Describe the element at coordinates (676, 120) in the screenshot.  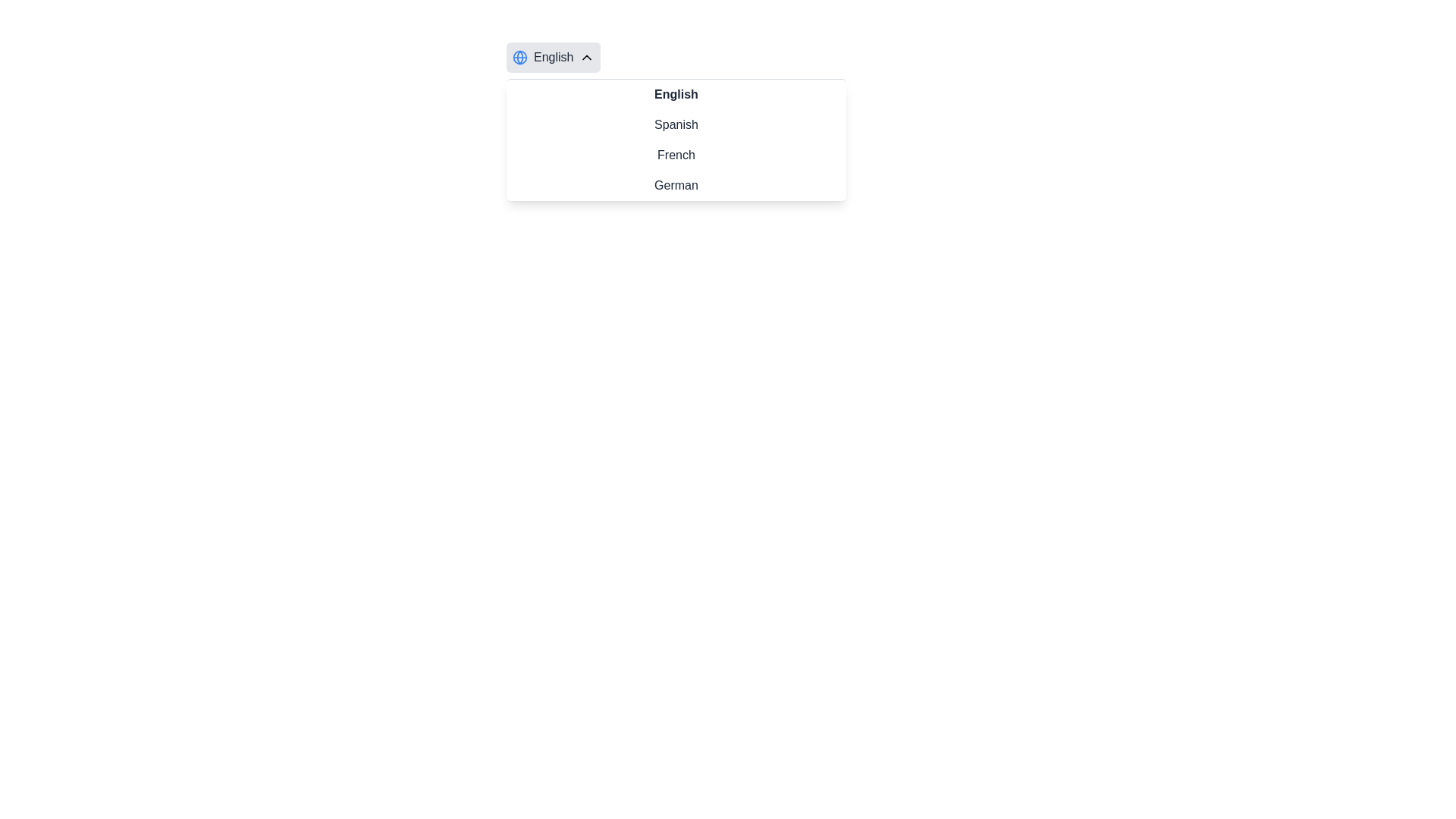
I see `the text label displaying 'Spanish'` at that location.